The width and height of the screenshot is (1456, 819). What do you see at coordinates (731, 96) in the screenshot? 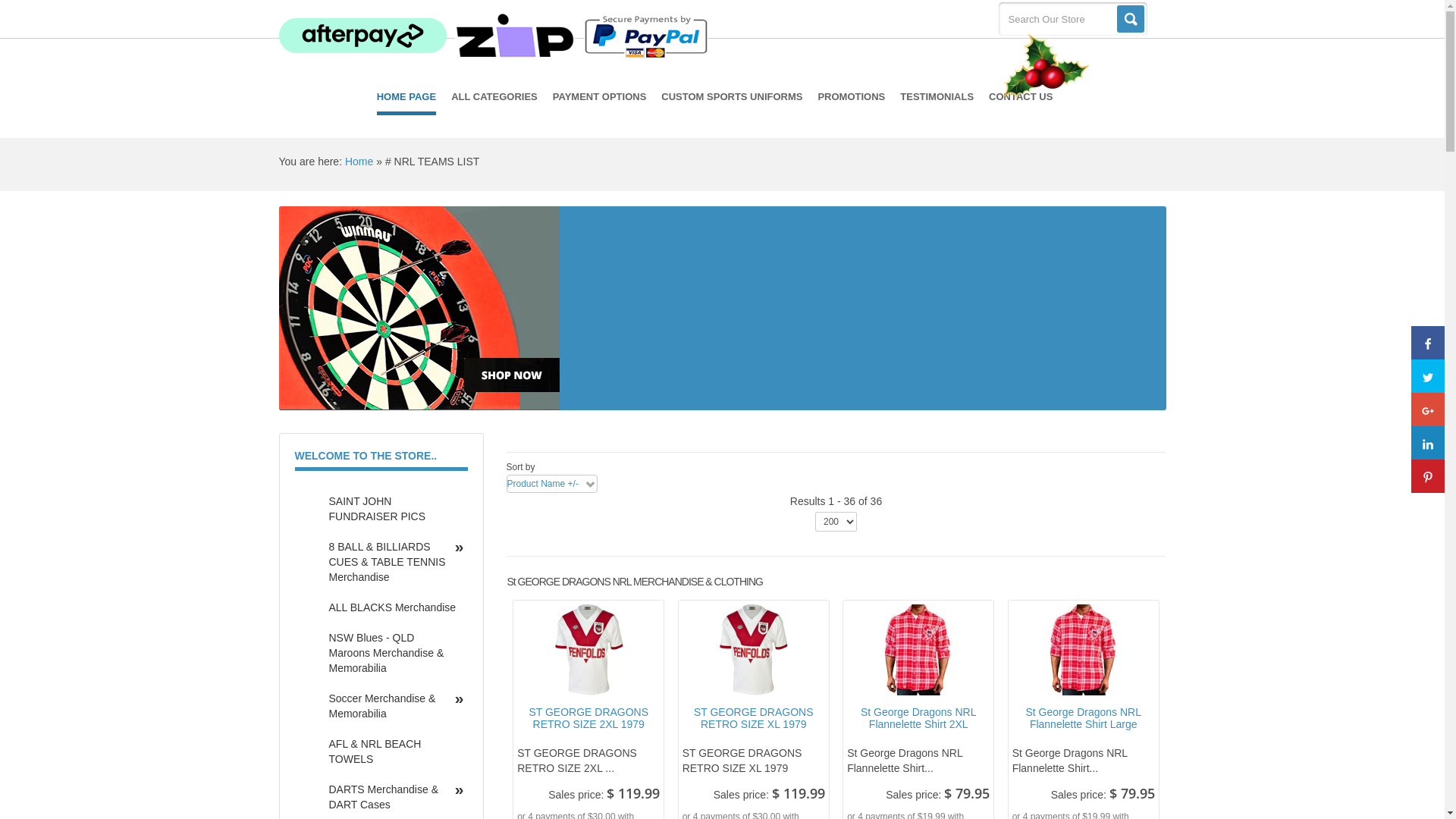
I see `'CUSTOM SPORTS UNIFORMS'` at bounding box center [731, 96].